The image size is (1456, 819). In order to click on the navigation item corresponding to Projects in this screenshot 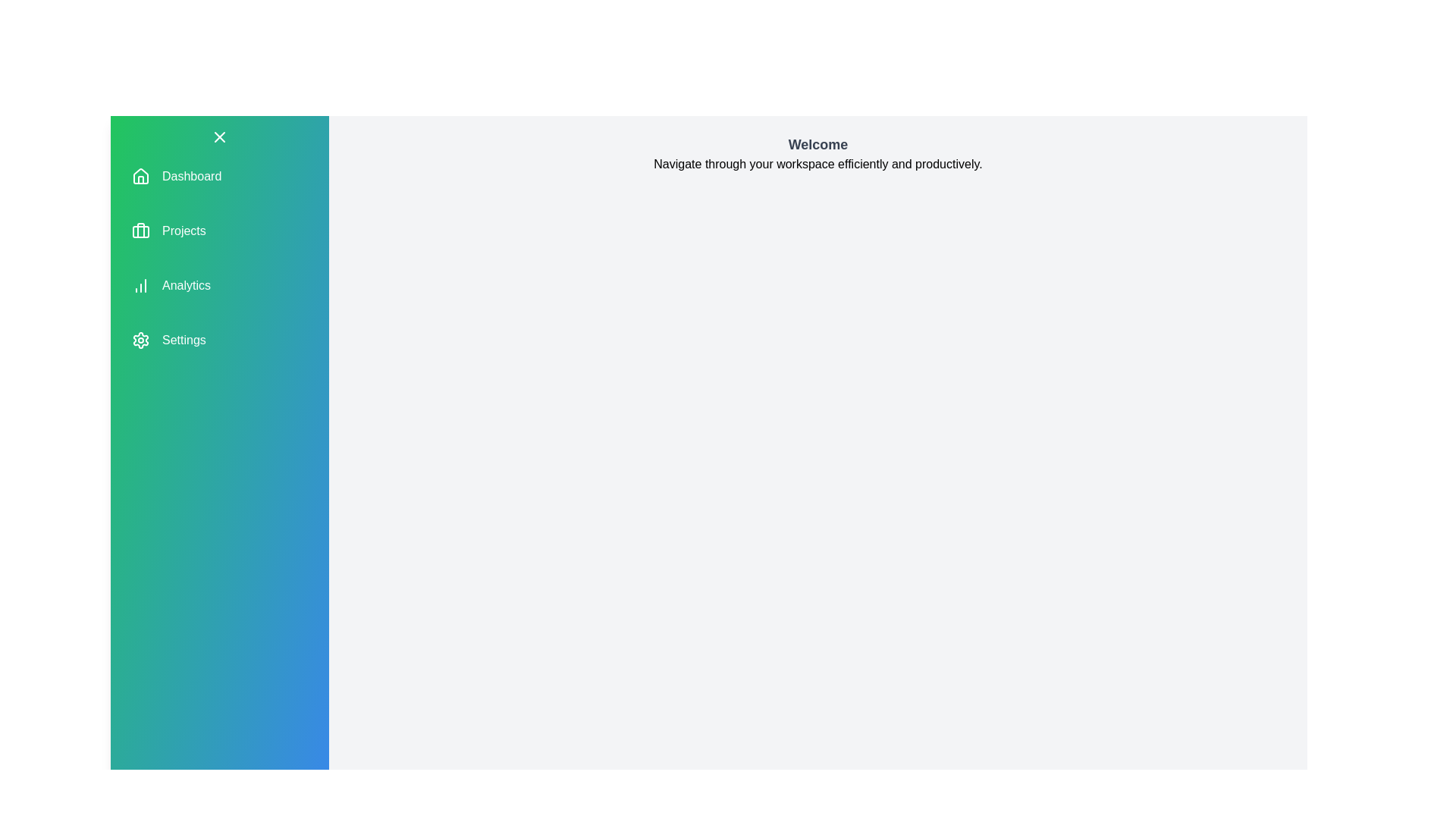, I will do `click(184, 231)`.